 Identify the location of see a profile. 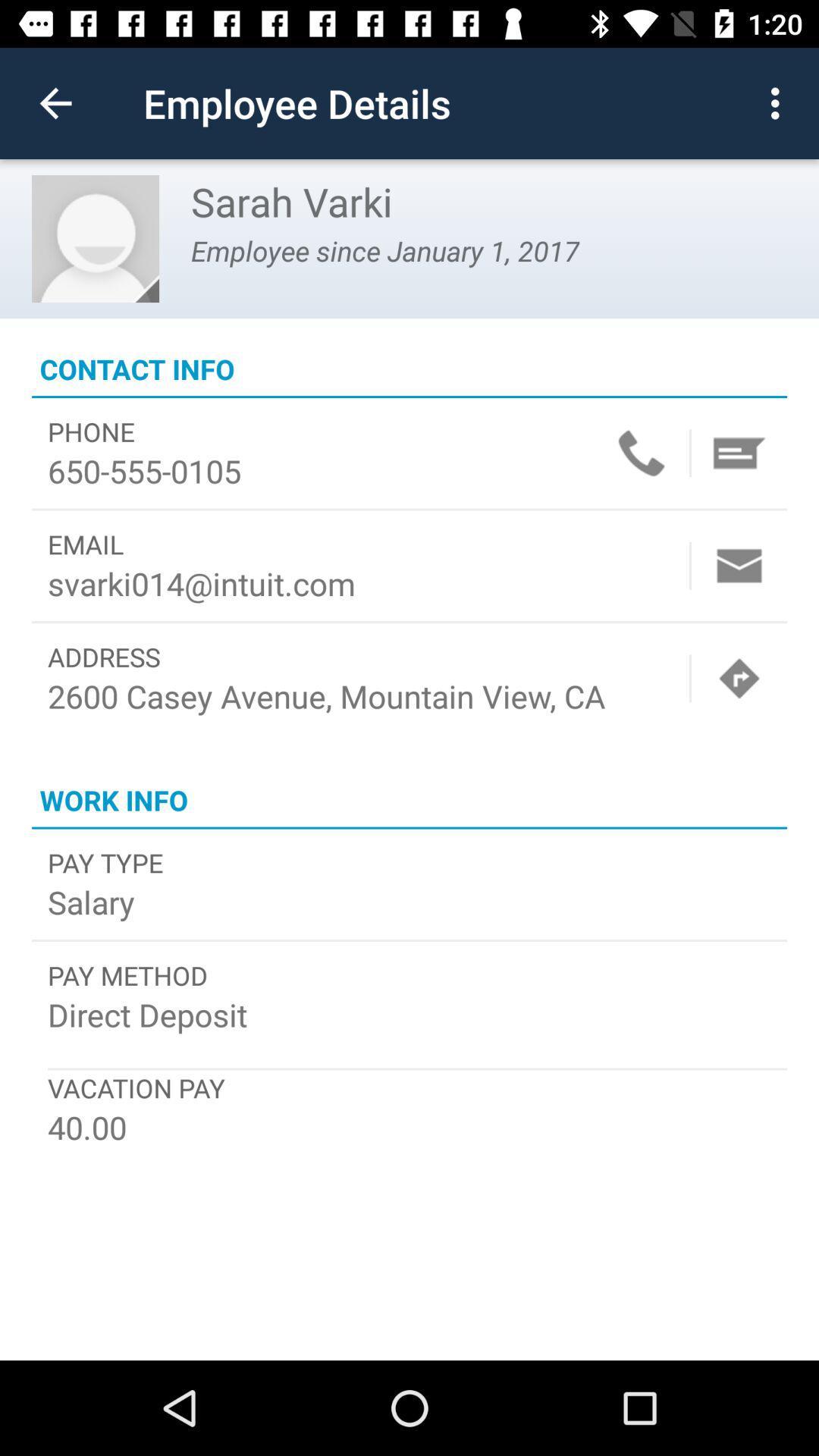
(96, 238).